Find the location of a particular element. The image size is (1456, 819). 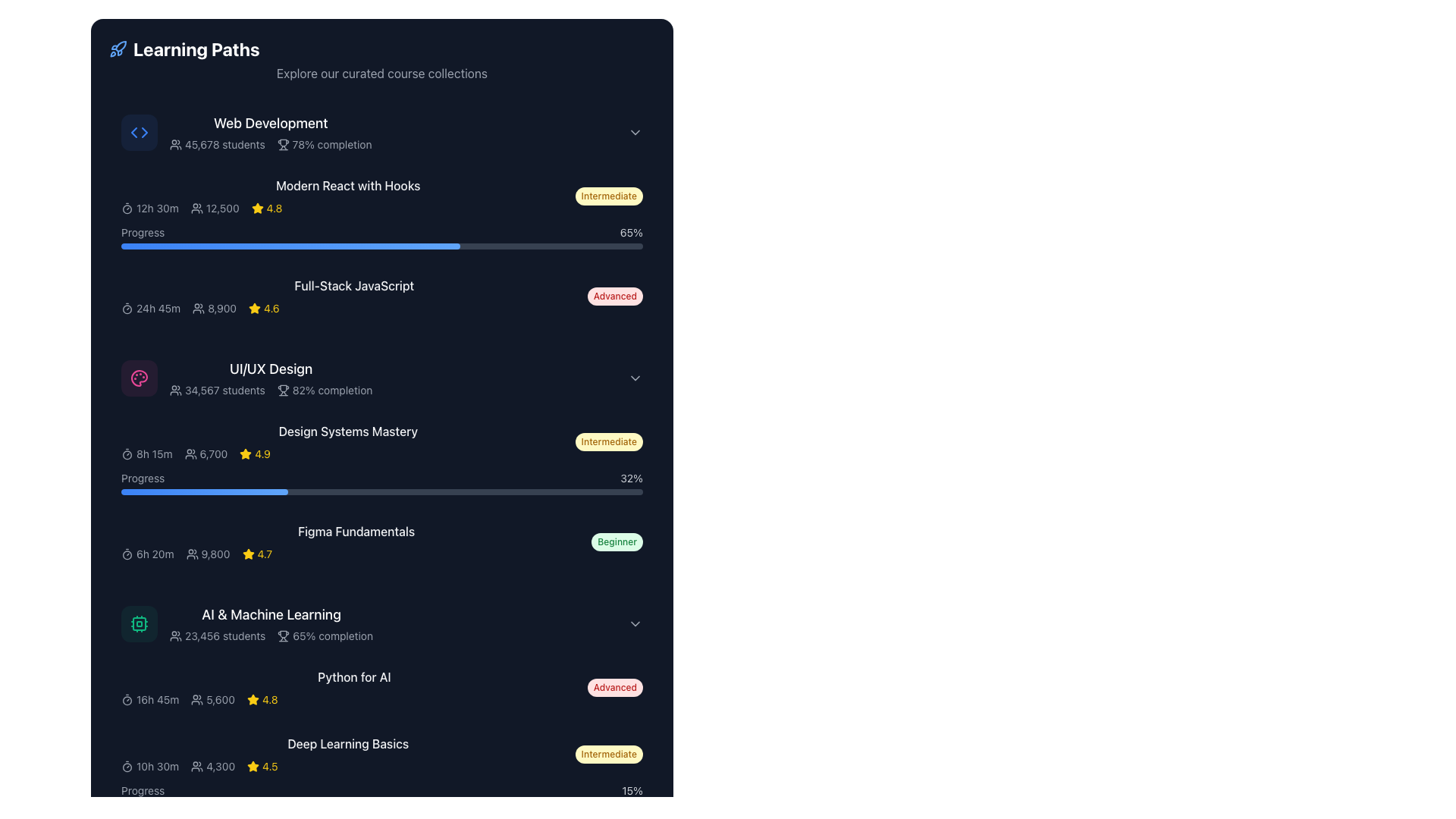

the timer icon representing the duration '12h 30m' in the course card for 'Modern React with Hooks' is located at coordinates (127, 208).